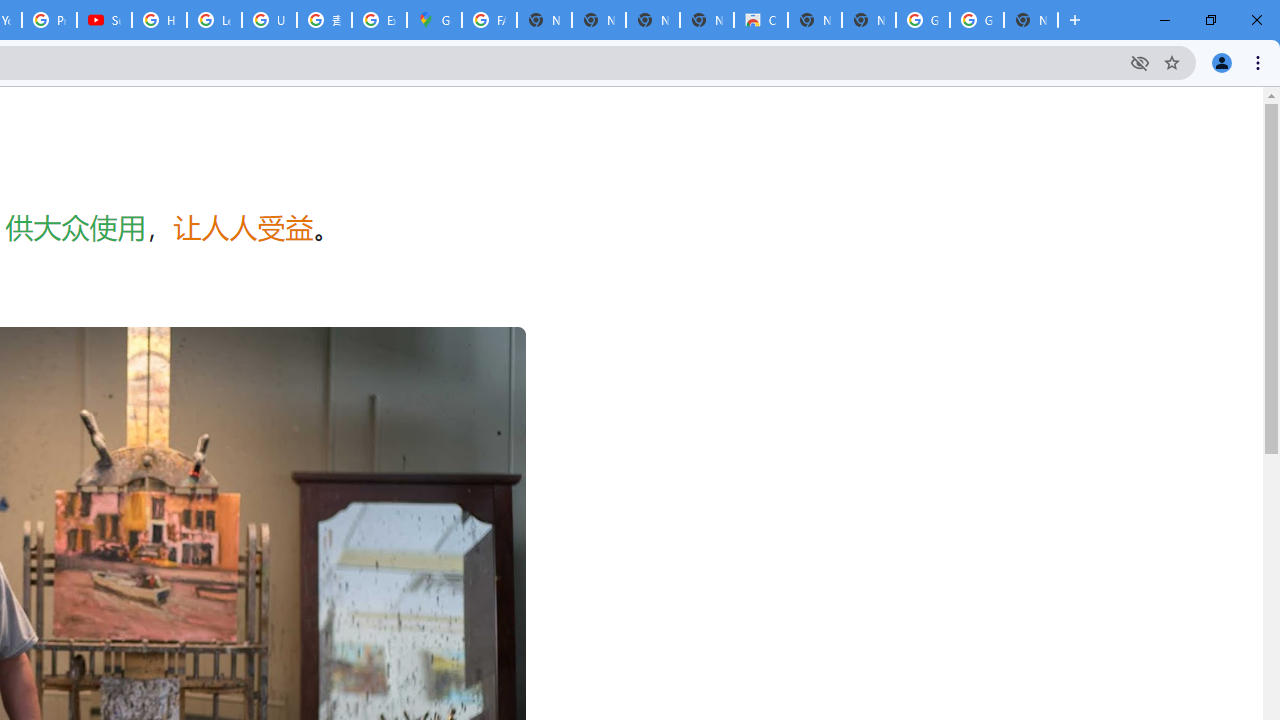  Describe the element at coordinates (433, 20) in the screenshot. I see `'Google Maps'` at that location.